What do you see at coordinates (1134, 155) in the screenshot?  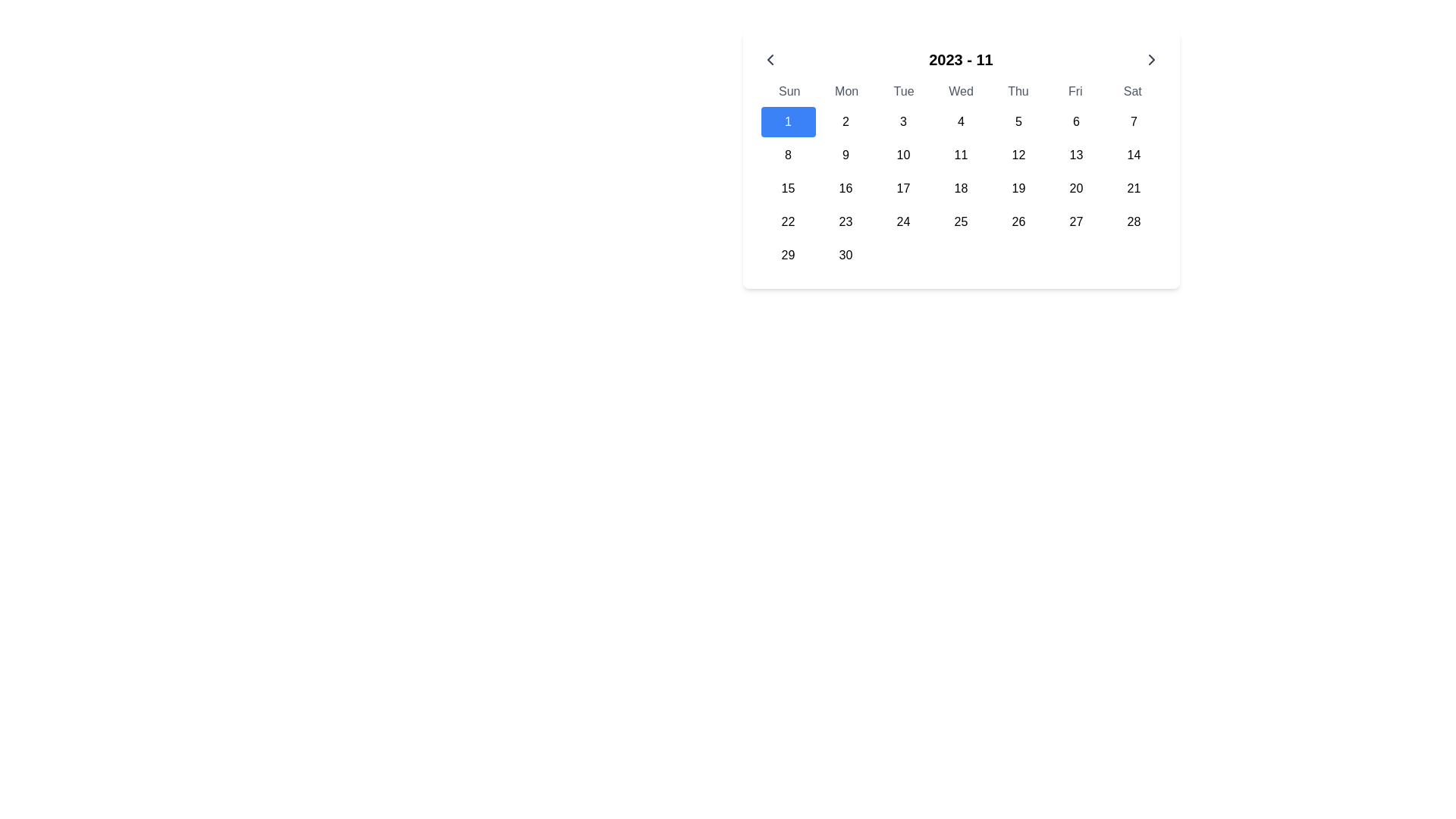 I see `the calendar day cell labeled '14' located in the second row, sixth column of the calendar interface` at bounding box center [1134, 155].